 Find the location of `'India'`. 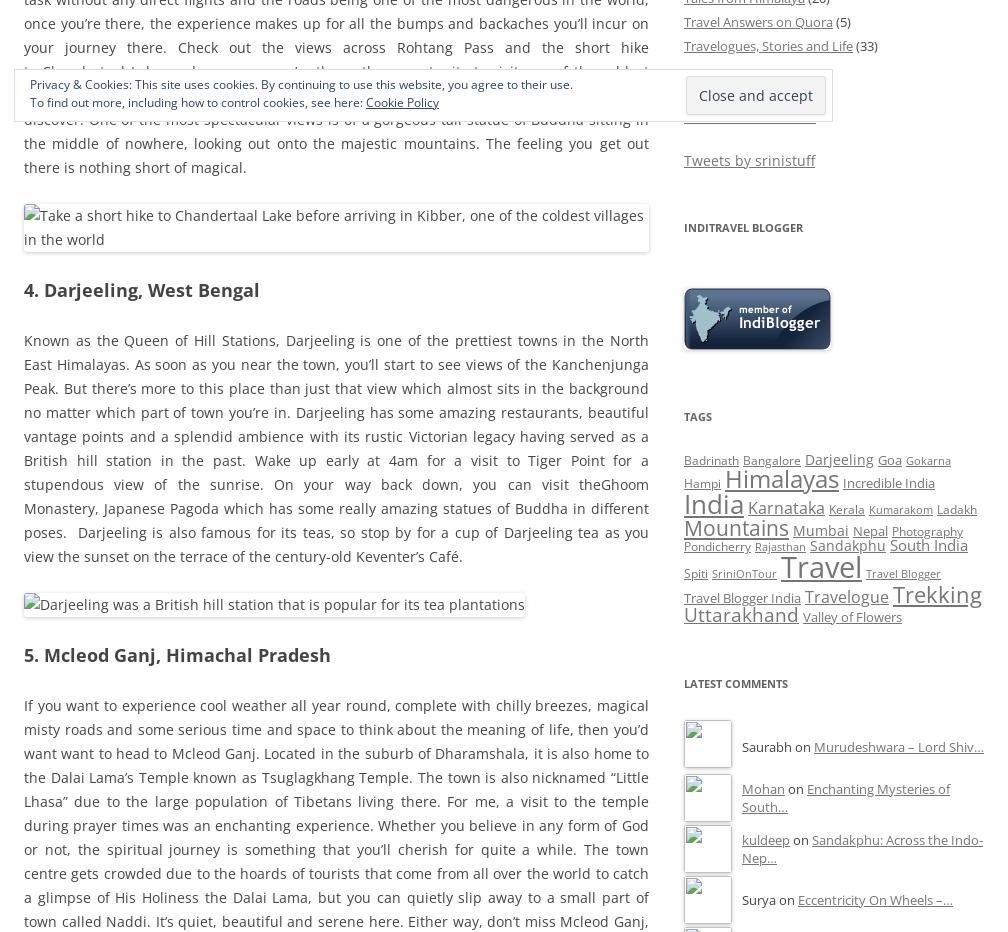

'India' is located at coordinates (713, 502).